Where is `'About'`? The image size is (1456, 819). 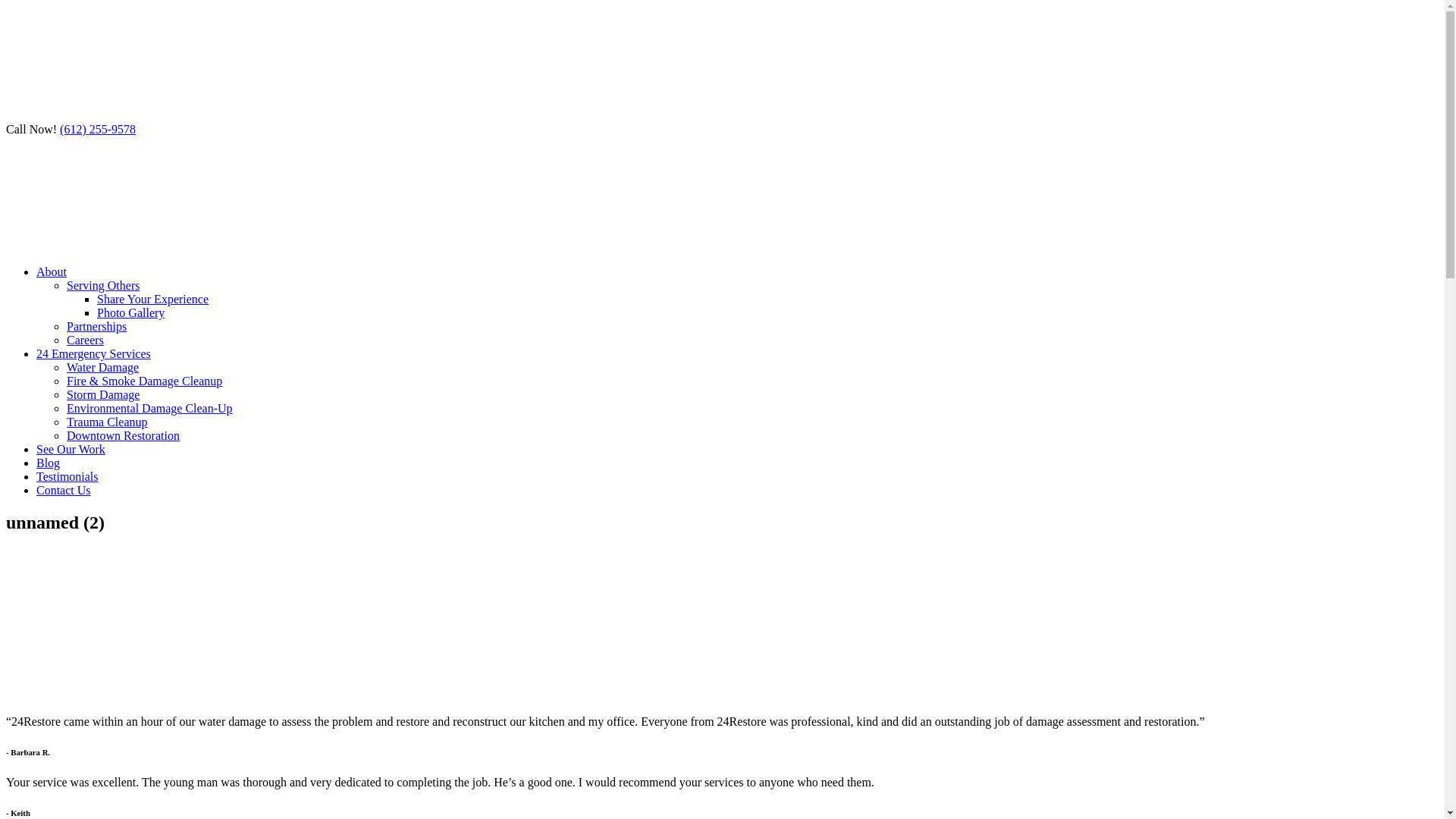 'About' is located at coordinates (51, 271).